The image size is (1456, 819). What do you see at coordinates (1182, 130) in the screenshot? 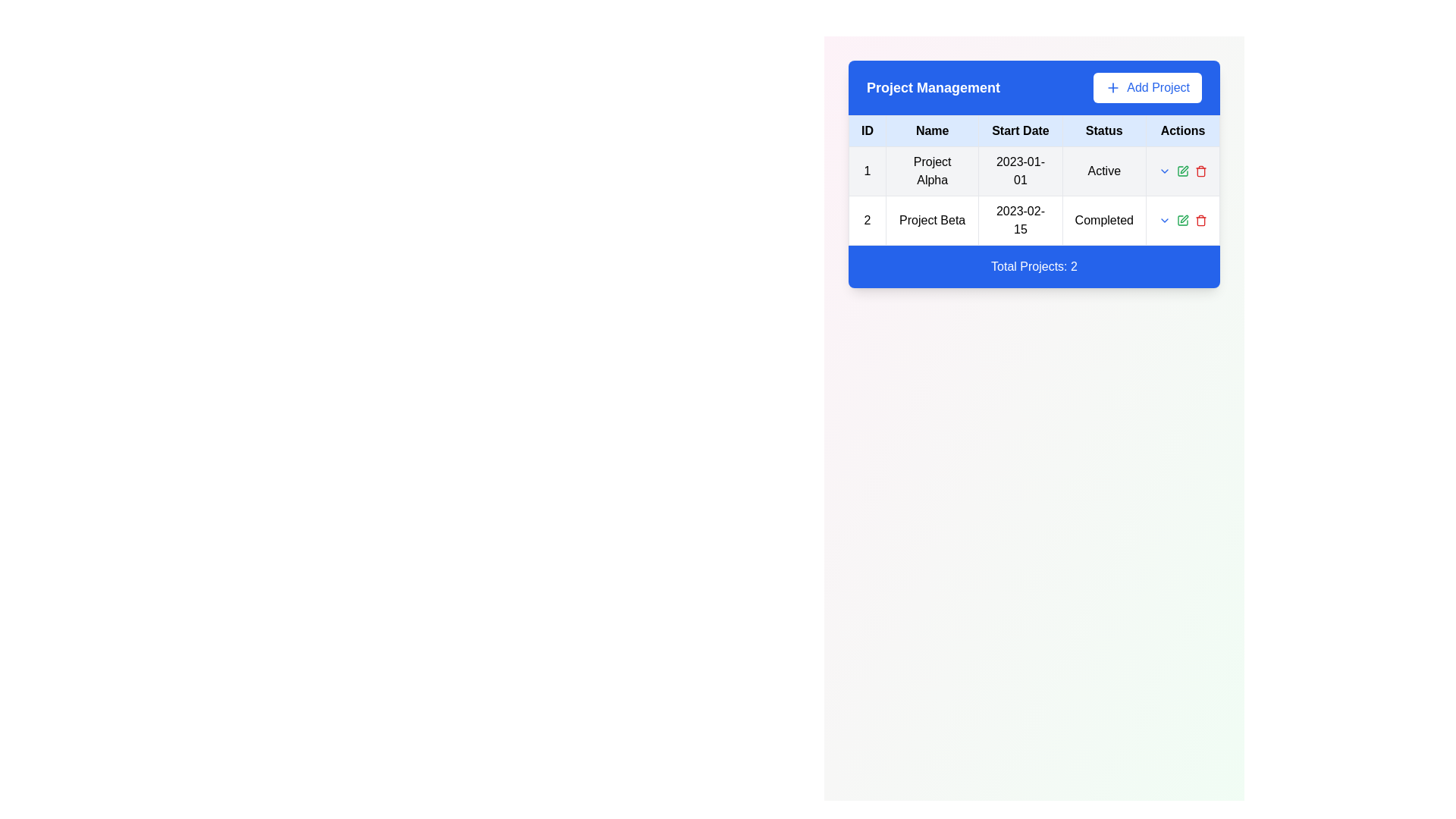
I see `the 'Actions' Table Column Header, which is a bold text label with a black font color on a light blue background, located at the top-right area of the table interface` at bounding box center [1182, 130].